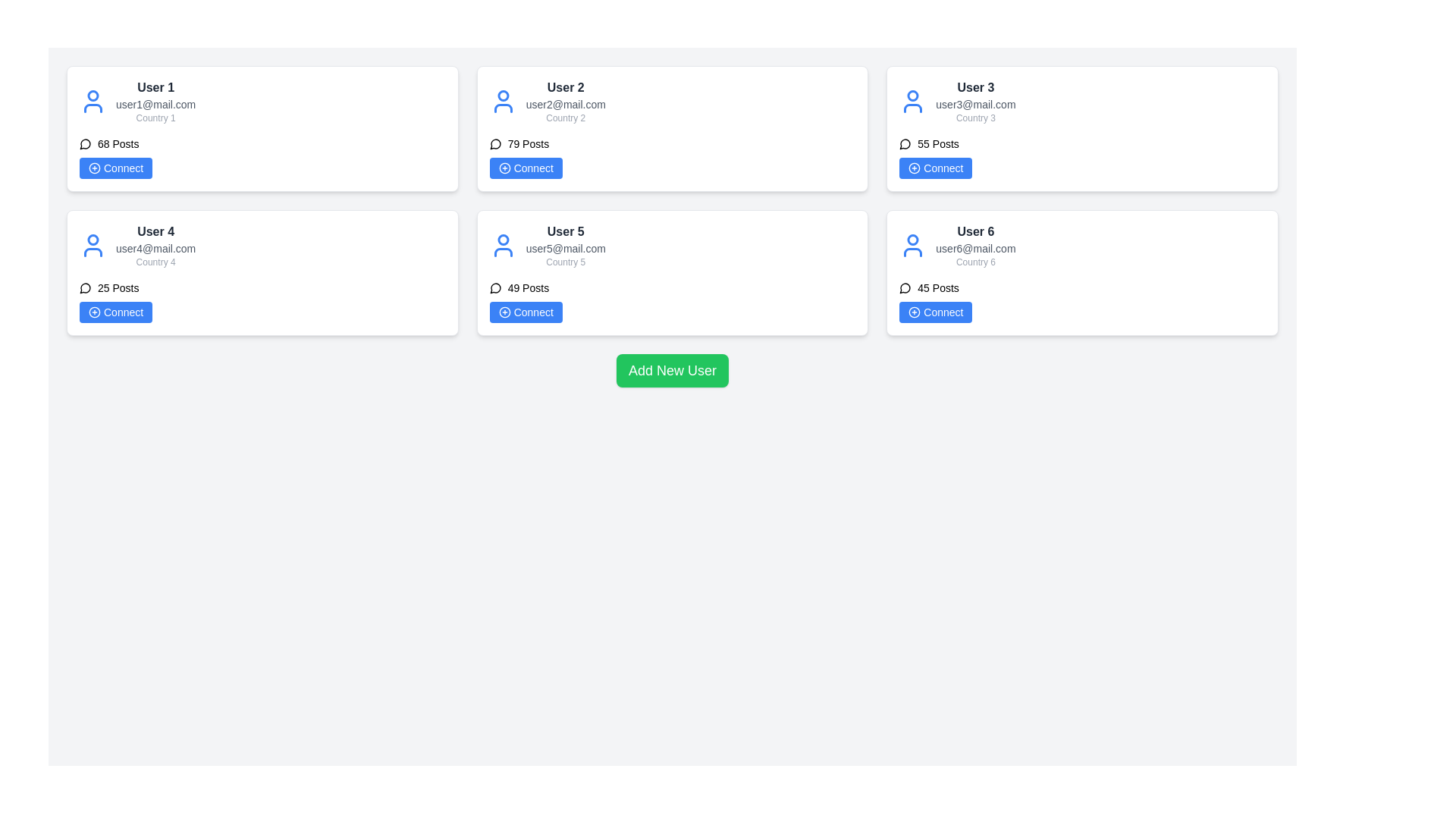 The image size is (1456, 819). What do you see at coordinates (84, 288) in the screenshot?
I see `the icon representing '25 Posts' located within the card for 'User 4'` at bounding box center [84, 288].